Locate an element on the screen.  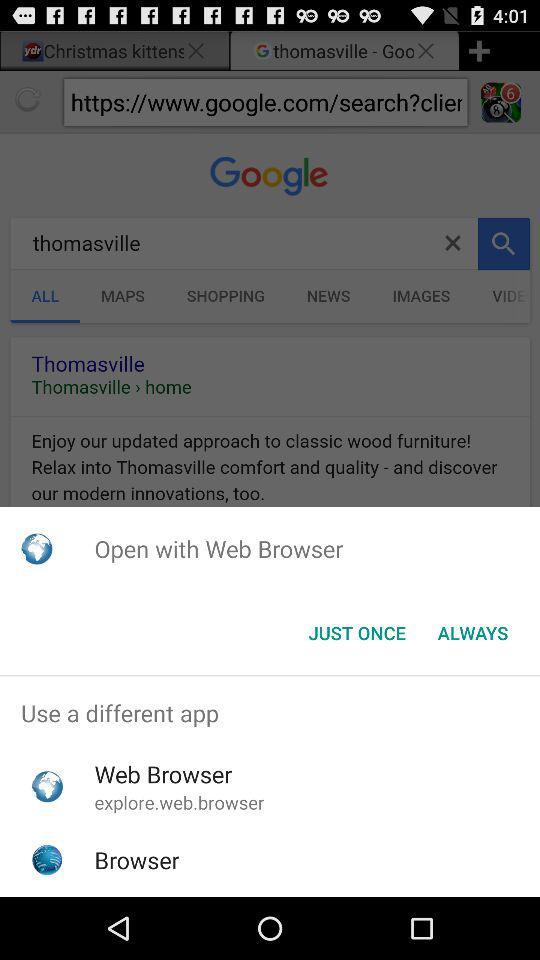
the item above the web browser is located at coordinates (270, 713).